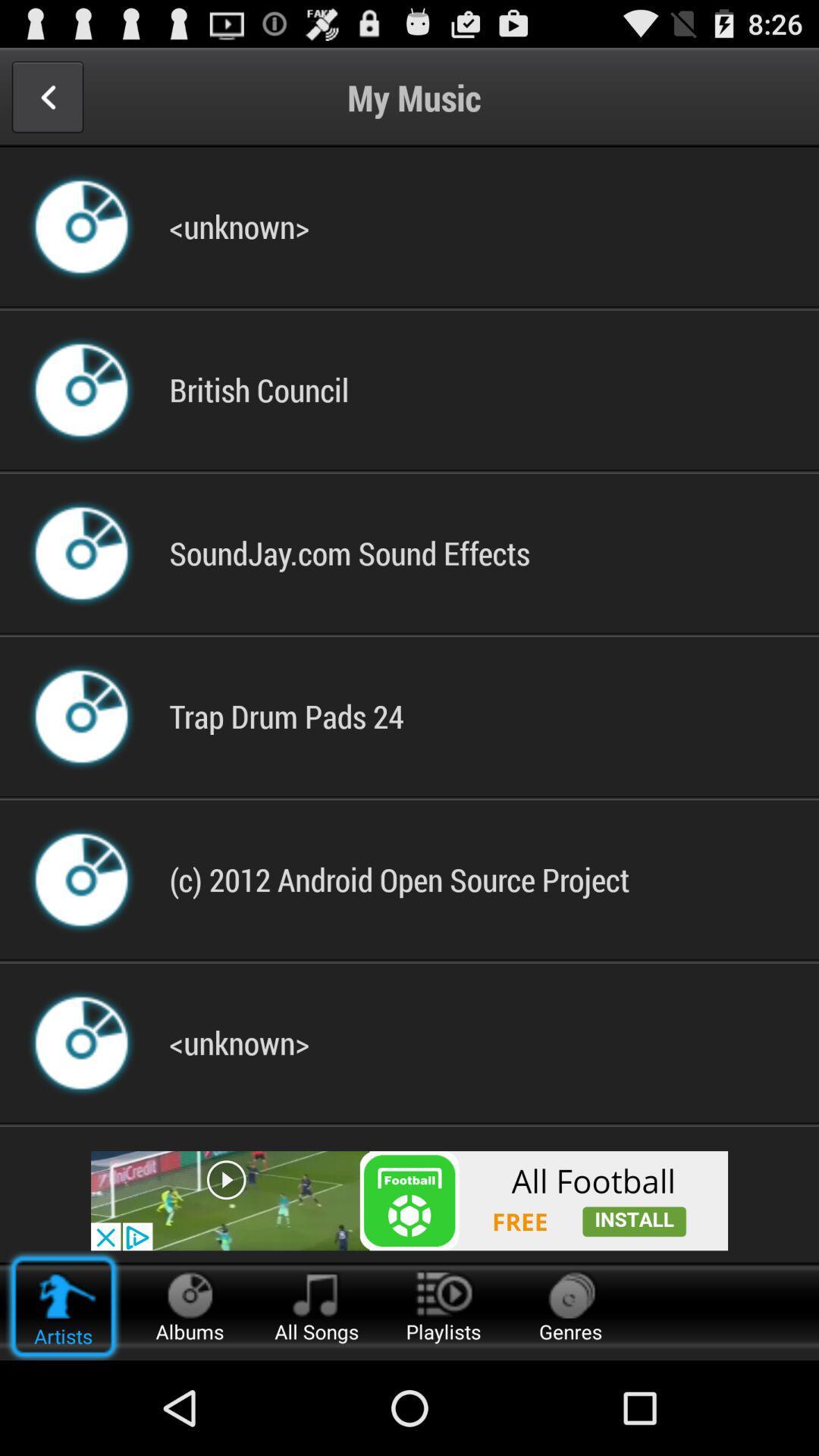 The width and height of the screenshot is (819, 1456). I want to click on the arrow_backward icon, so click(46, 103).